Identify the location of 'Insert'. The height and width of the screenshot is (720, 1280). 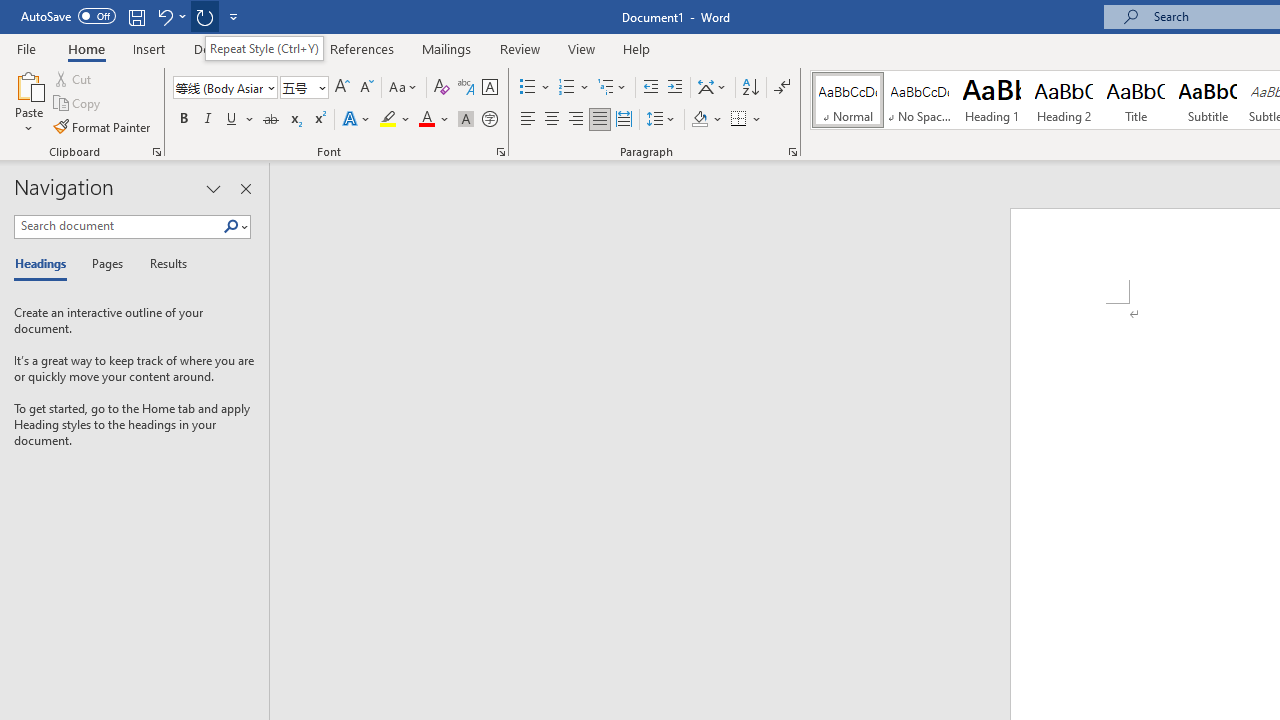
(148, 48).